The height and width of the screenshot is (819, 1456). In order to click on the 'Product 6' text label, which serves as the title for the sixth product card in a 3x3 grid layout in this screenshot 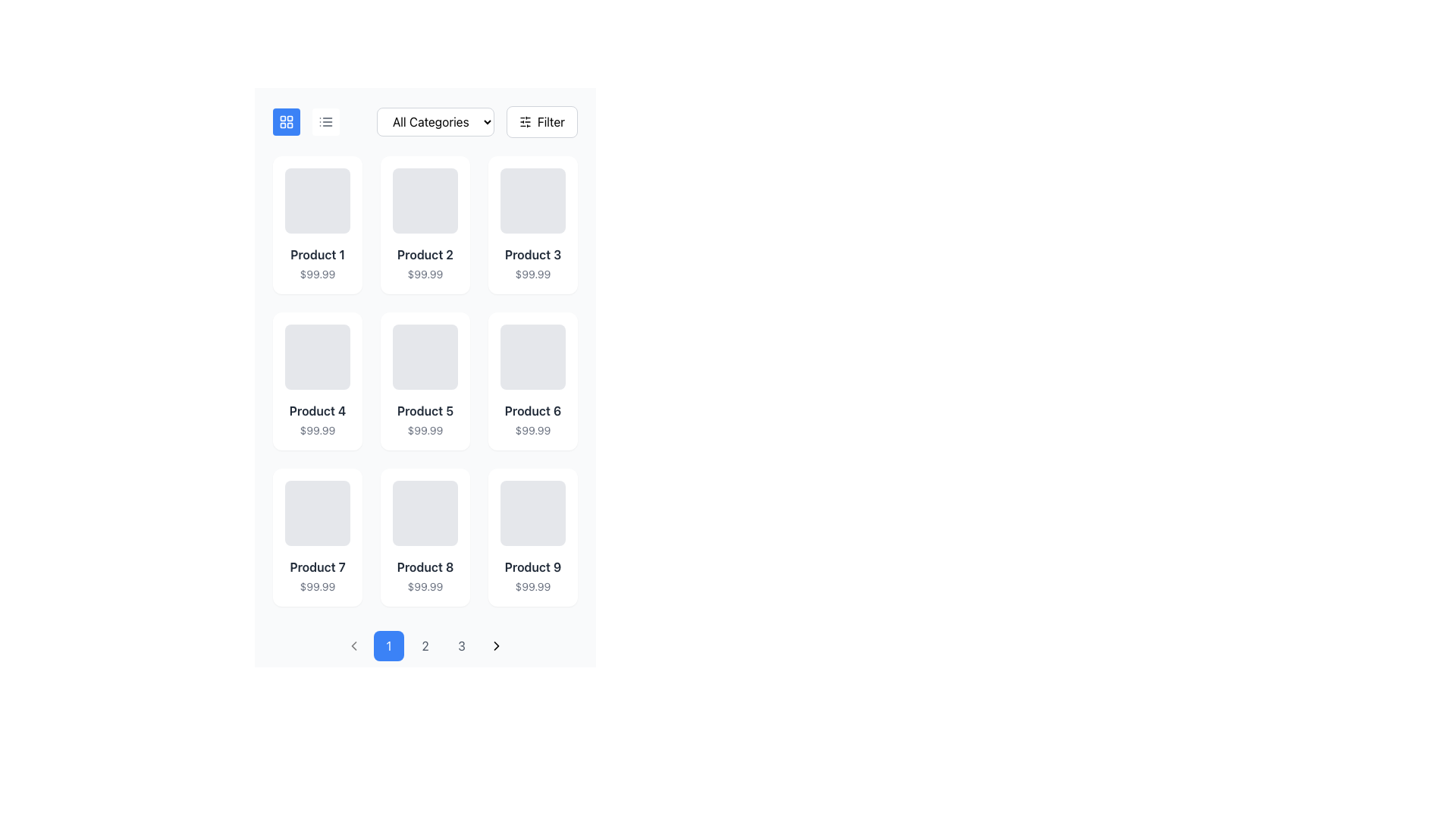, I will do `click(532, 411)`.